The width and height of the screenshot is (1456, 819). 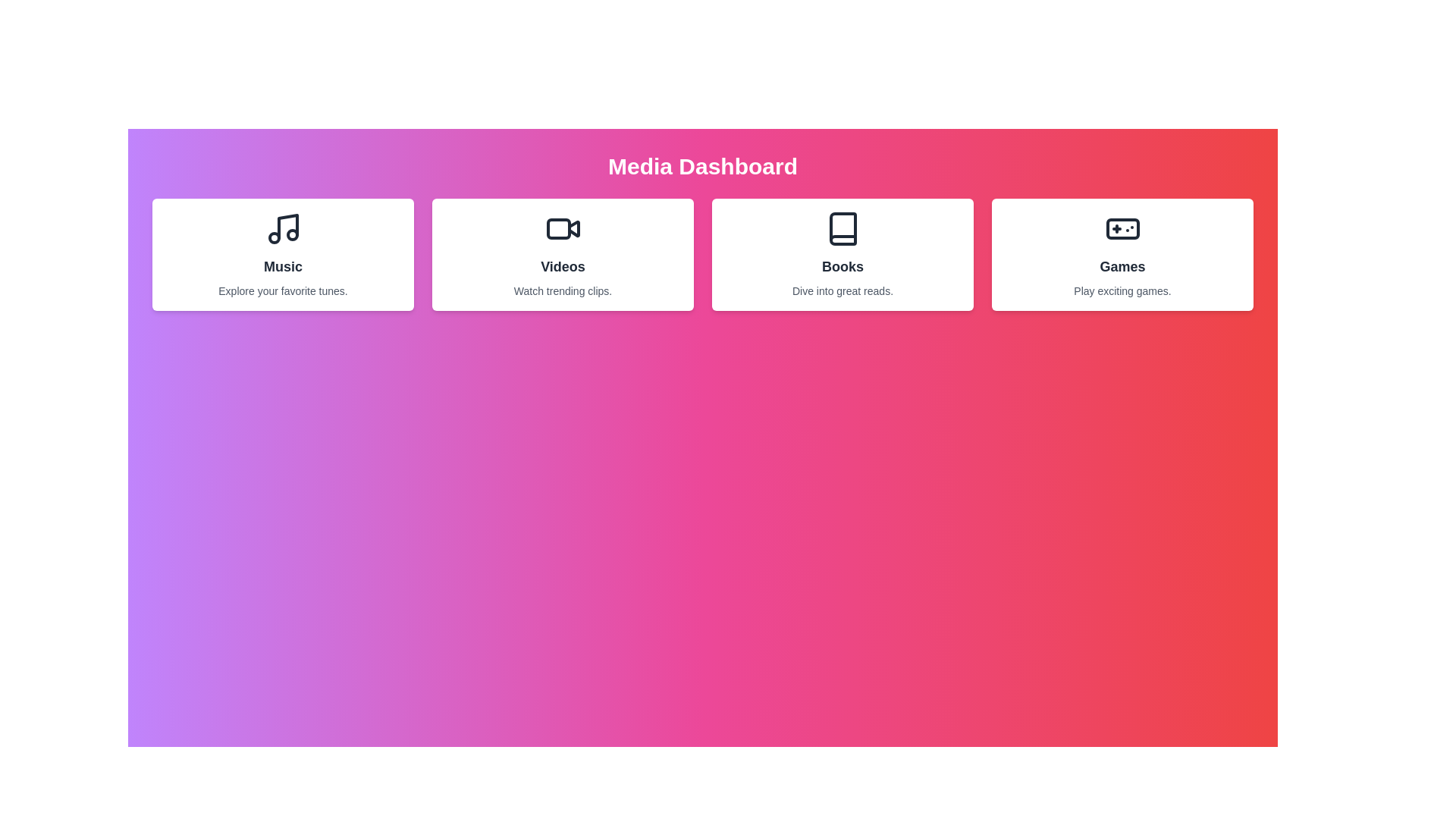 I want to click on the minimalist vector graphic icon depicting a book, which is located within the 'Books' card on the media dashboard interface, so click(x=842, y=228).